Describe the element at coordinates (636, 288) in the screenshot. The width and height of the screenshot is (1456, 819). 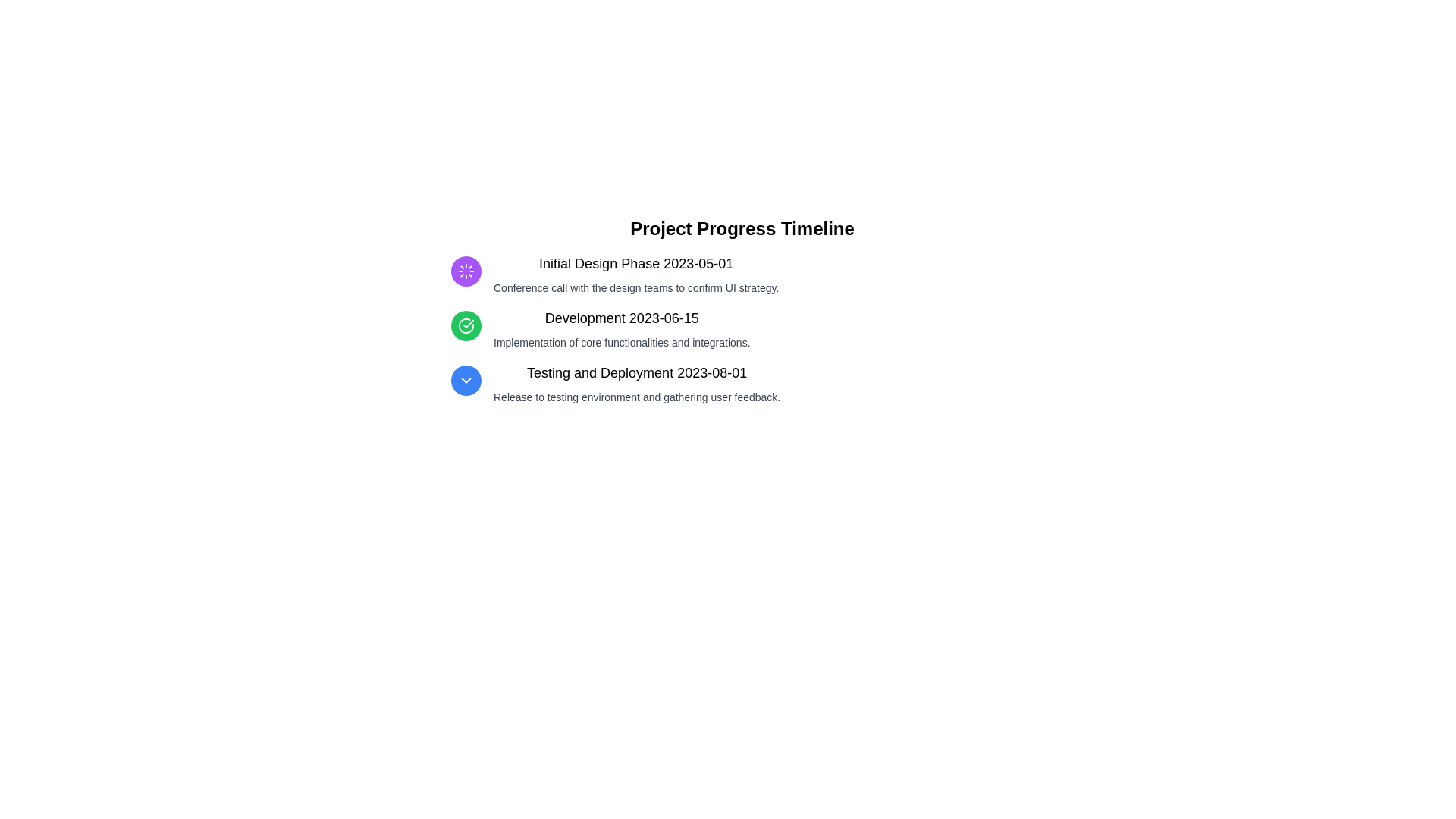
I see `the text label that says 'Conference call with the design teams to confirm UI strategy.' which is positioned below the heading 'Initial Design Phase 2023-05-01'` at that location.